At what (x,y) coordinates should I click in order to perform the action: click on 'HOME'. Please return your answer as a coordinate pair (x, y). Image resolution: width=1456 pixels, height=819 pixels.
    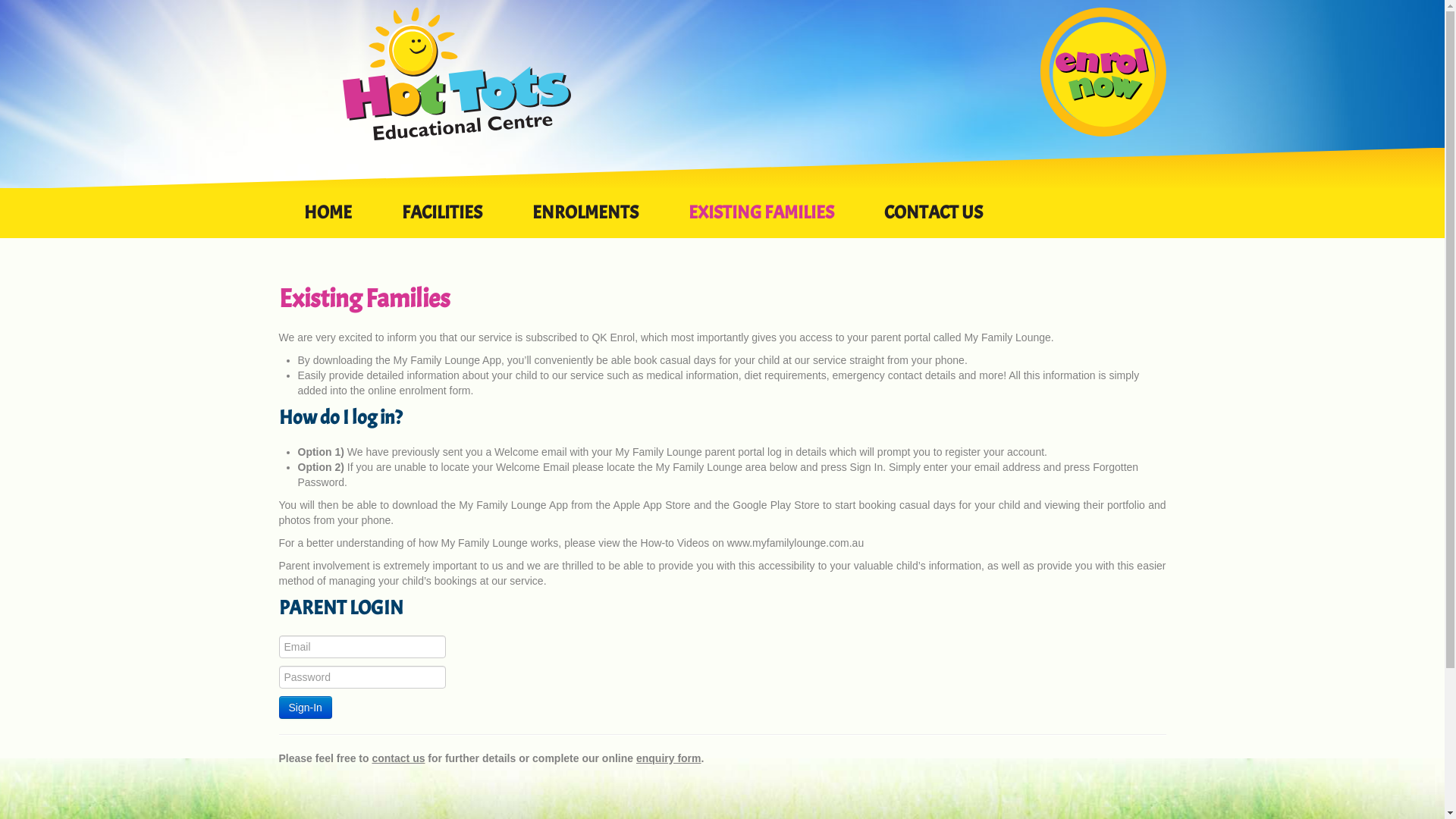
    Looking at the image, I should click on (279, 220).